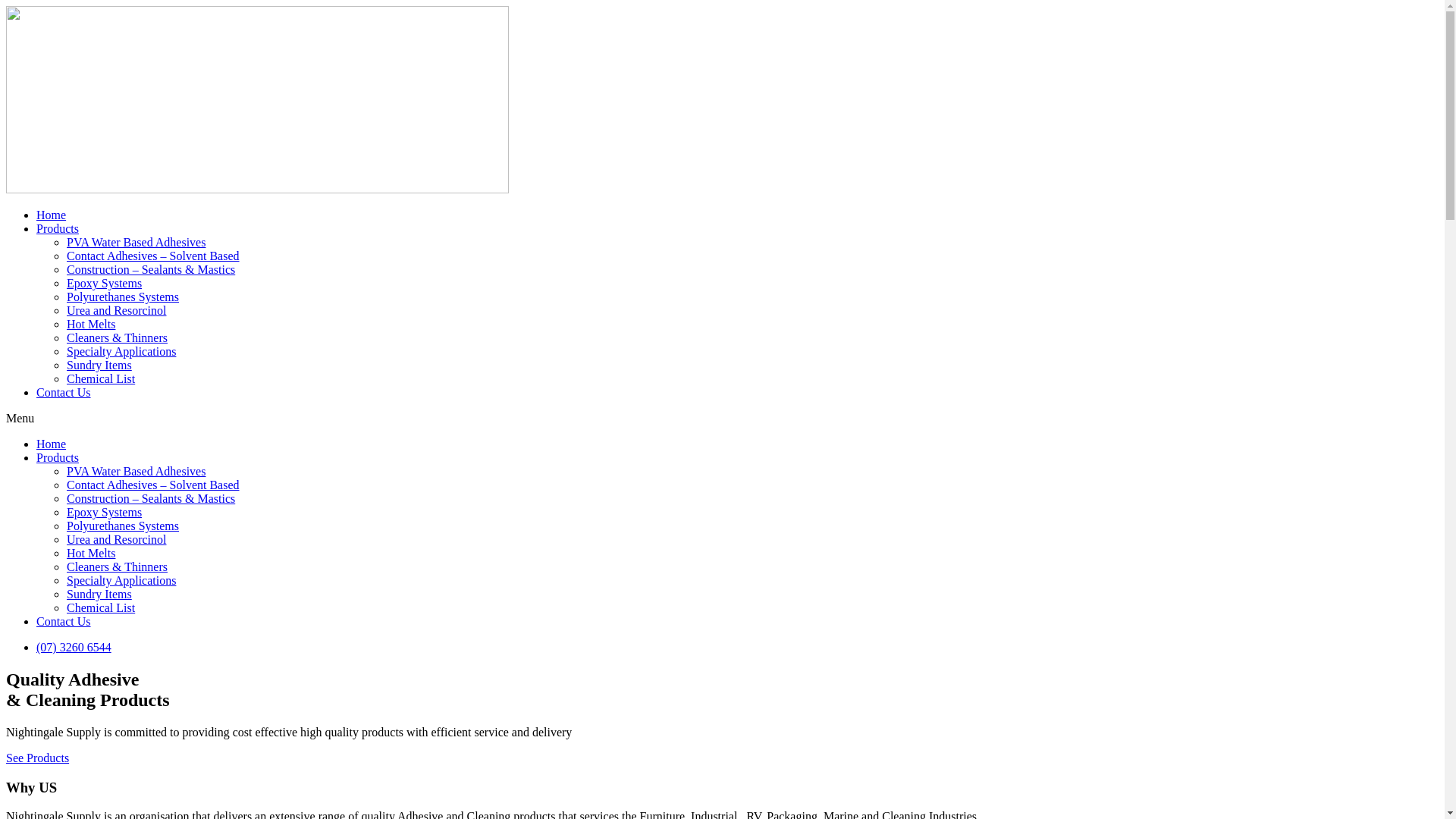 The width and height of the screenshot is (1456, 819). Describe the element at coordinates (36, 228) in the screenshot. I see `'Products'` at that location.